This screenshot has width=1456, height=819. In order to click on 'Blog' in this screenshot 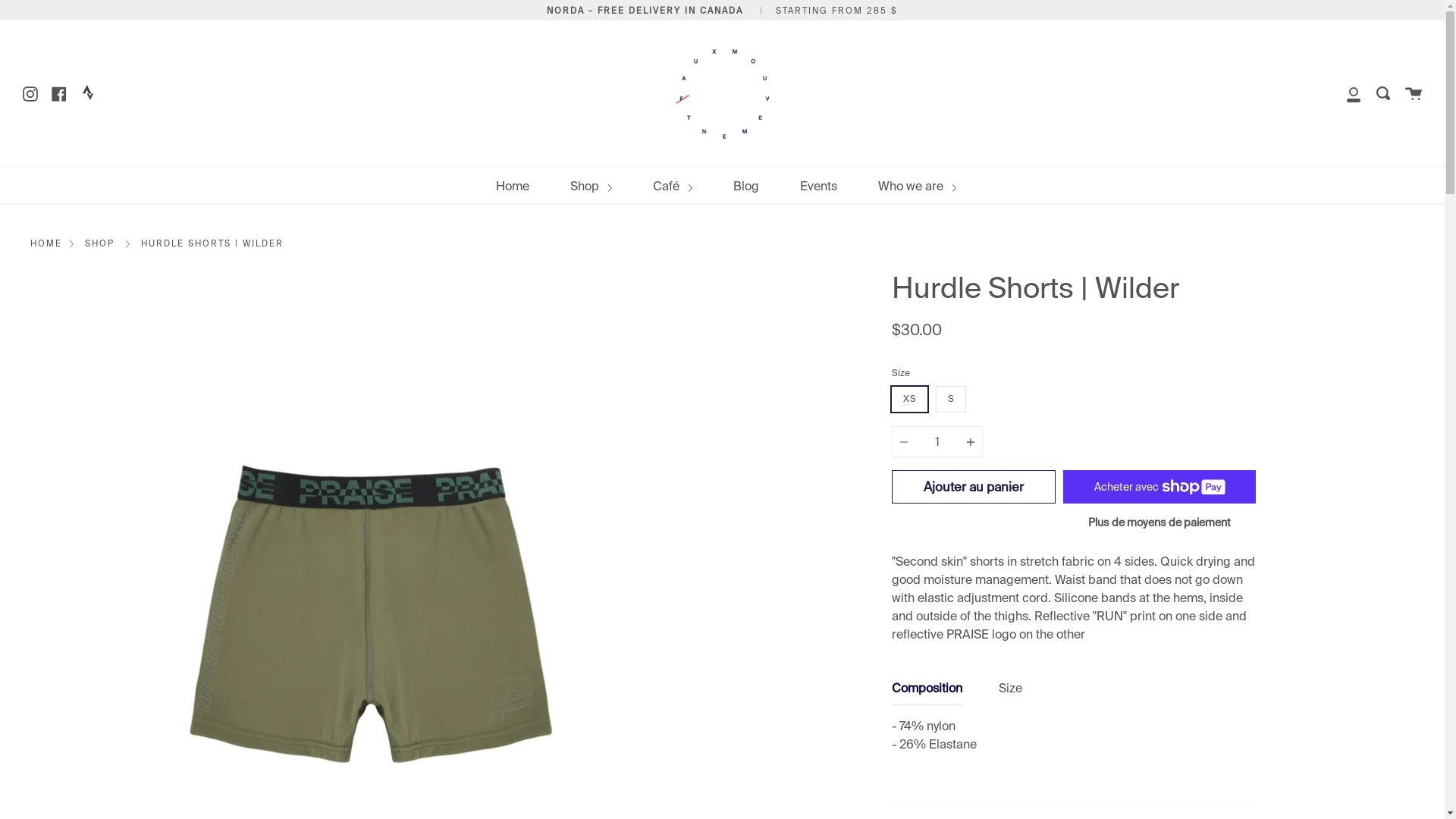, I will do `click(729, 185)`.